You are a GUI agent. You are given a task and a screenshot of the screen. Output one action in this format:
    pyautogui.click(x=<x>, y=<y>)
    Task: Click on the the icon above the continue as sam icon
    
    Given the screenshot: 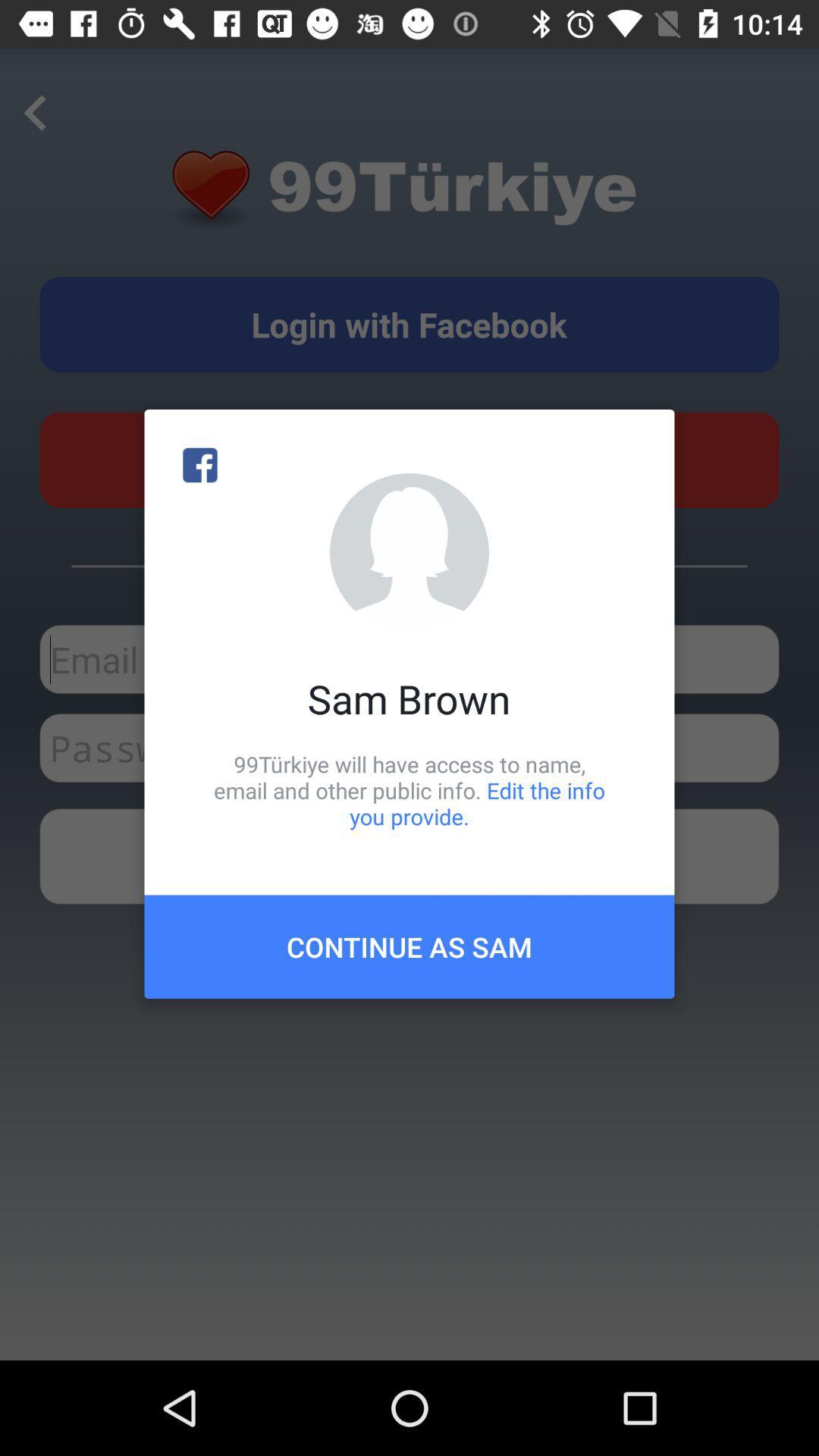 What is the action you would take?
    pyautogui.click(x=409, y=789)
    